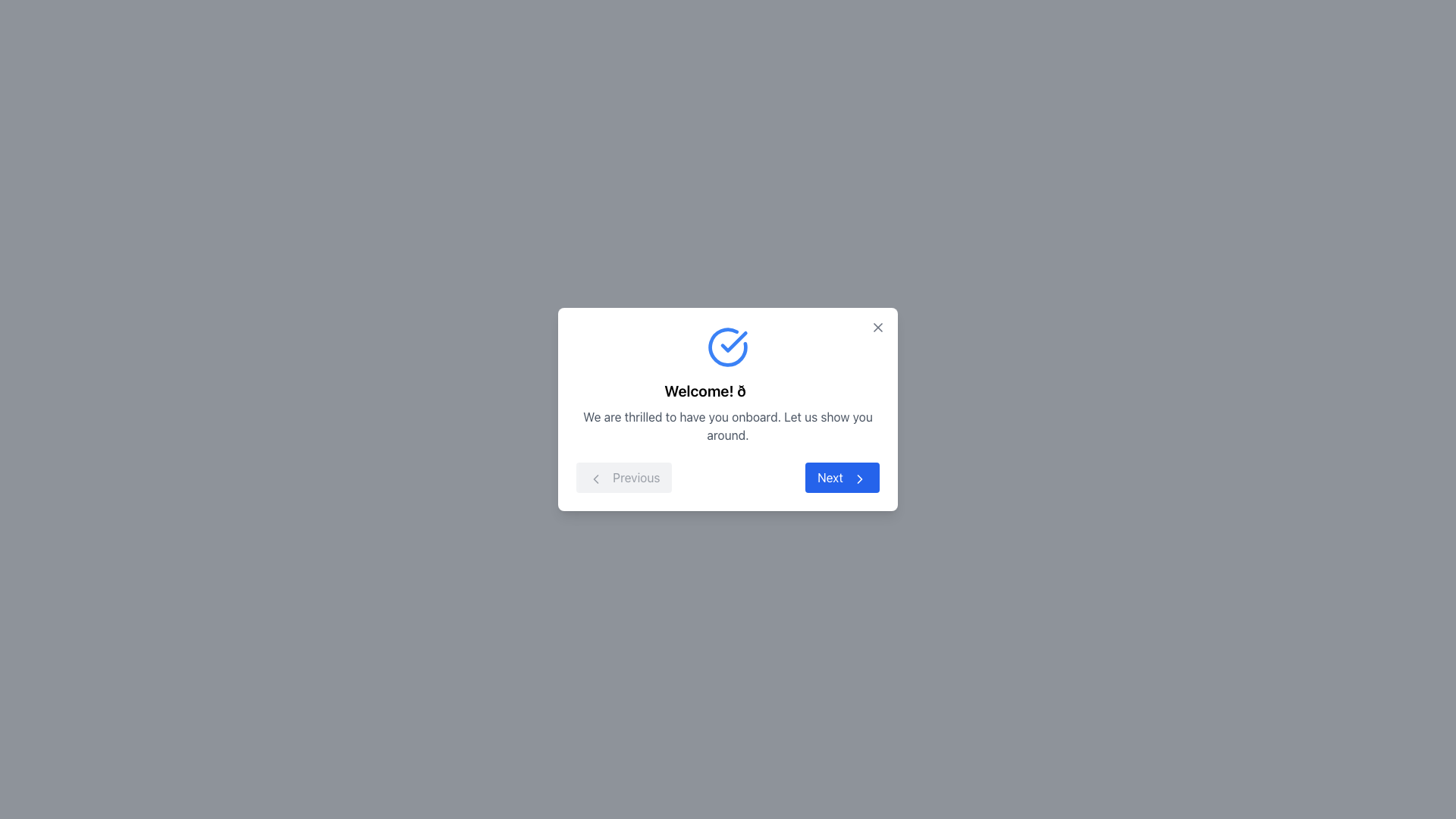  What do you see at coordinates (877, 327) in the screenshot?
I see `the 'X' icon located at the top-right corner of the modal window` at bounding box center [877, 327].